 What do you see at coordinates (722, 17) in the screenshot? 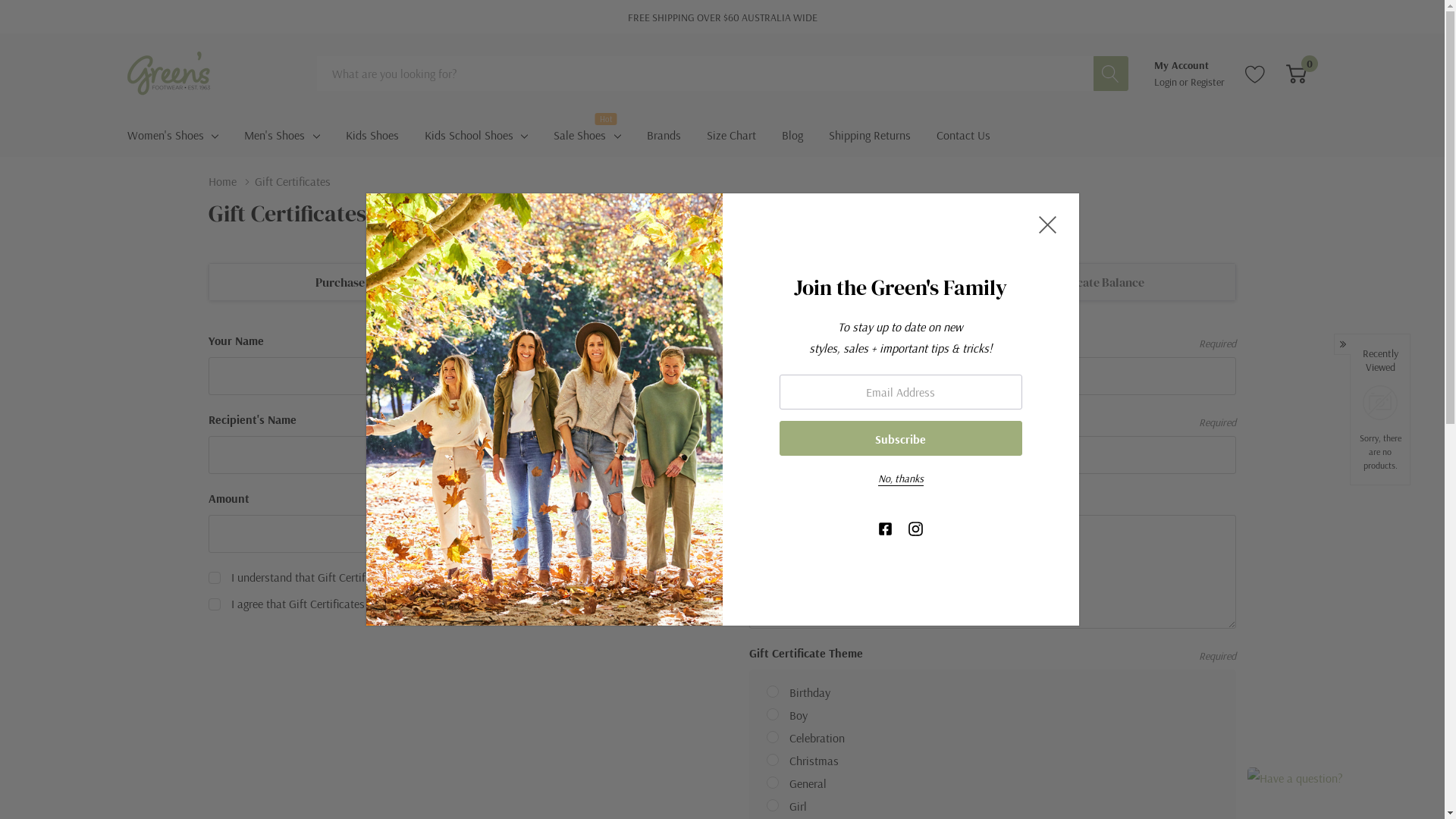
I see `'FREE SHIPPING OVER $60 AUSTRALIA WIDE'` at bounding box center [722, 17].